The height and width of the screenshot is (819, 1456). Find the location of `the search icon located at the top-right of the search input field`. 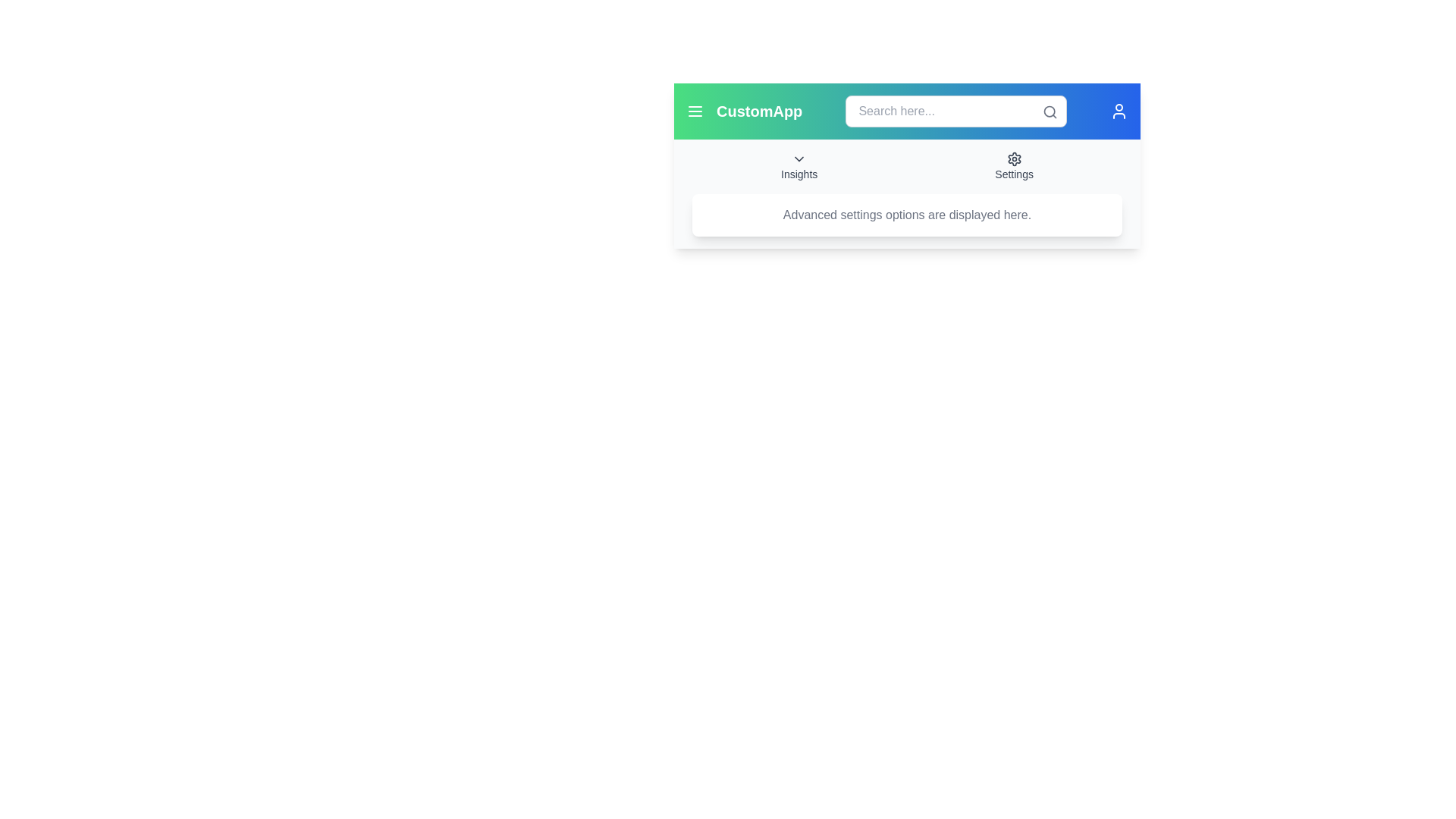

the search icon located at the top-right of the search input field is located at coordinates (1049, 111).